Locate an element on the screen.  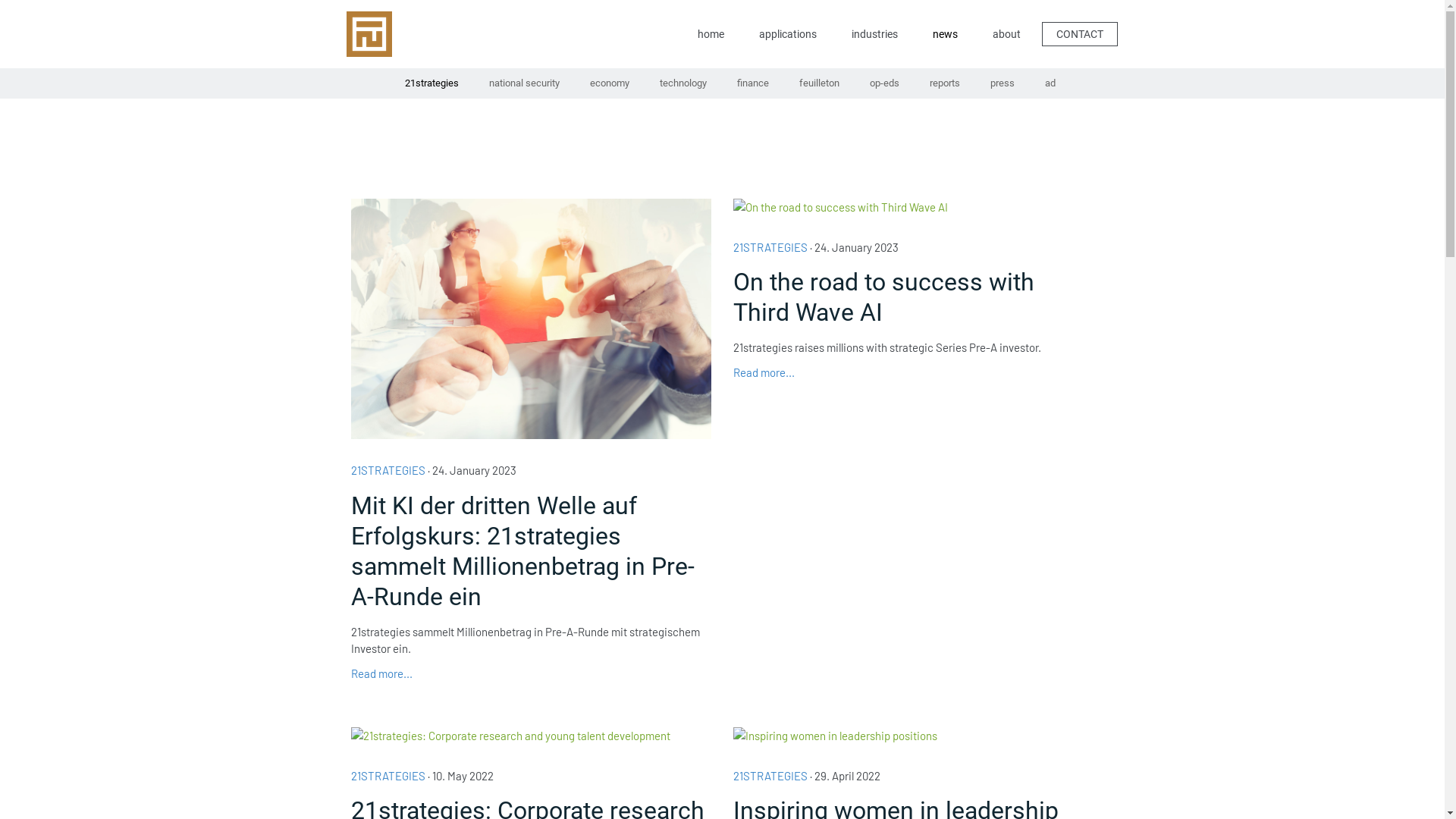
'industries' is located at coordinates (874, 34).